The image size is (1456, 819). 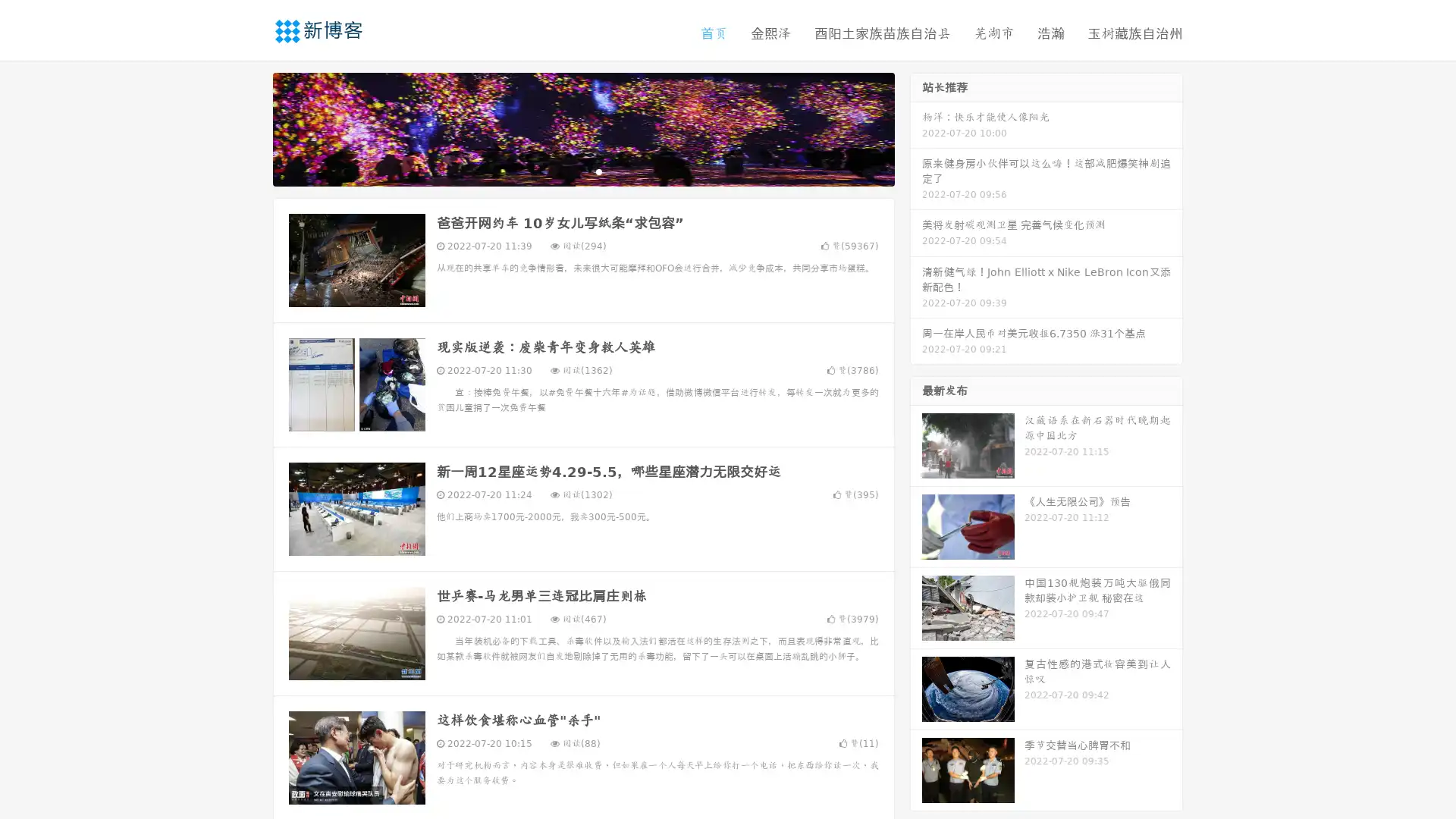 I want to click on Go to slide 3, so click(x=598, y=171).